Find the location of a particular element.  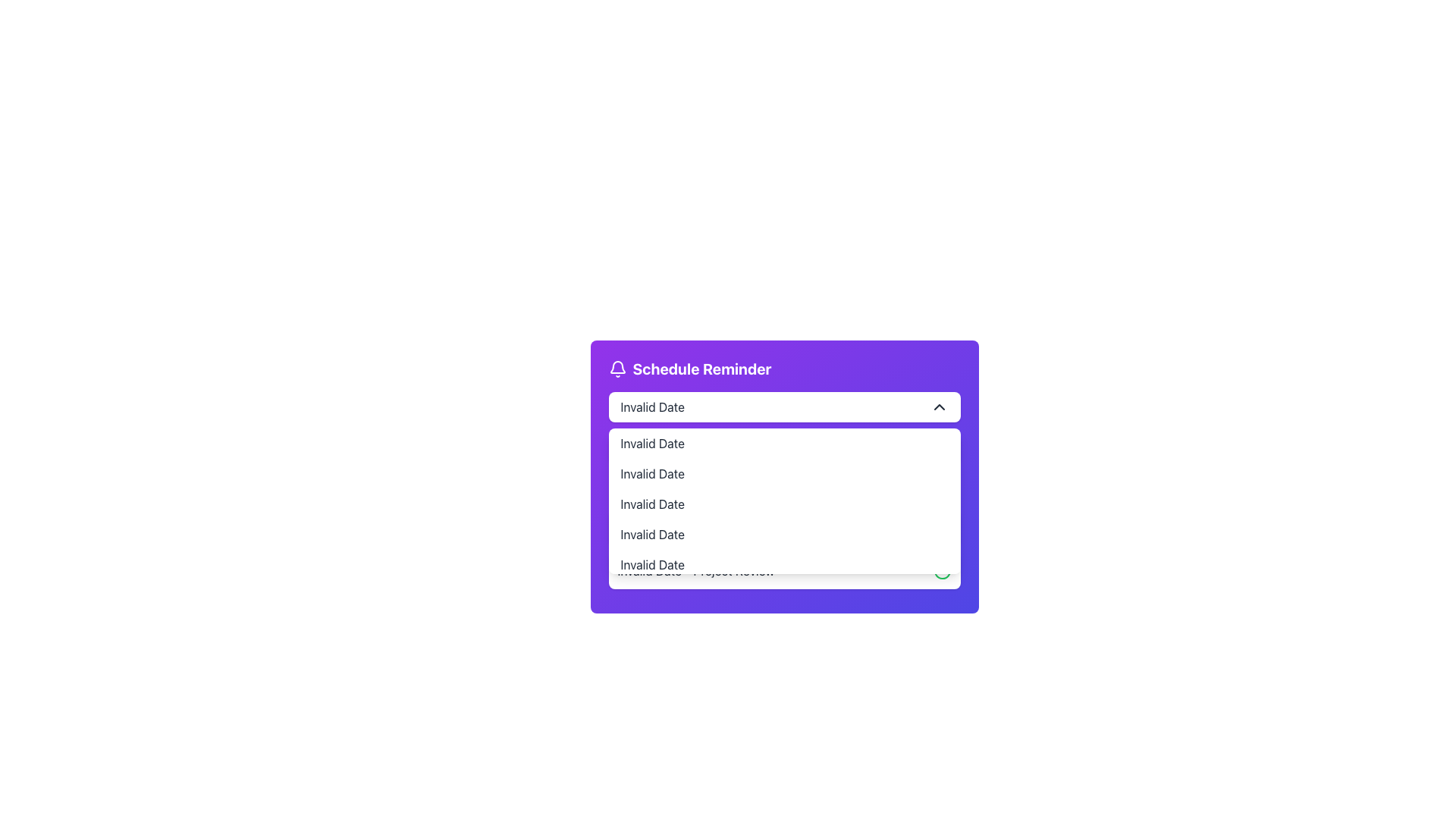

the second item in the 'Schedule Reminder' dropdown list is located at coordinates (784, 449).